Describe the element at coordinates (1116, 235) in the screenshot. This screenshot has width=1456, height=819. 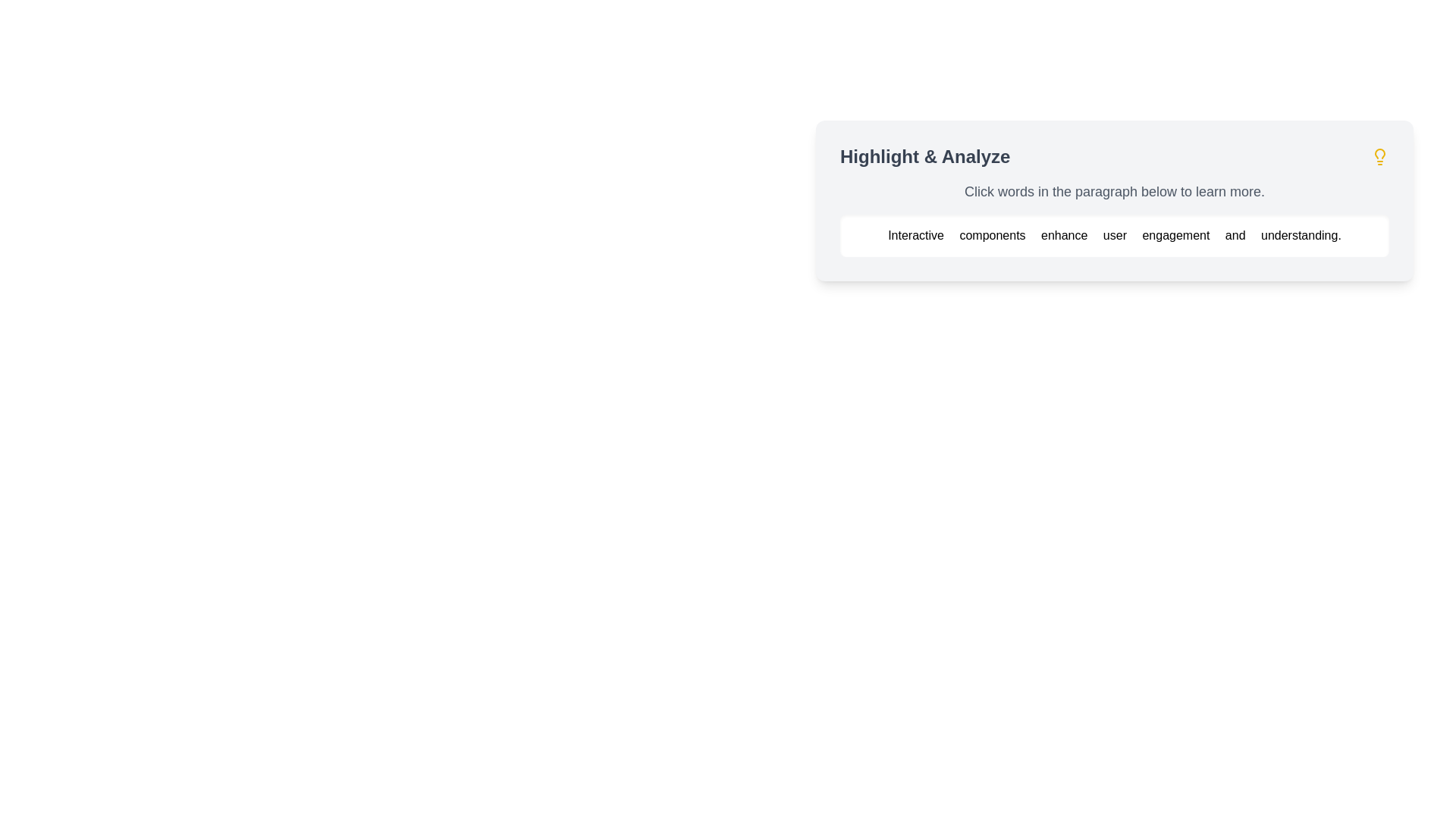
I see `the Text Button labeled 'user' which is centrally positioned within a sequence of interactive elements on a white background` at that location.